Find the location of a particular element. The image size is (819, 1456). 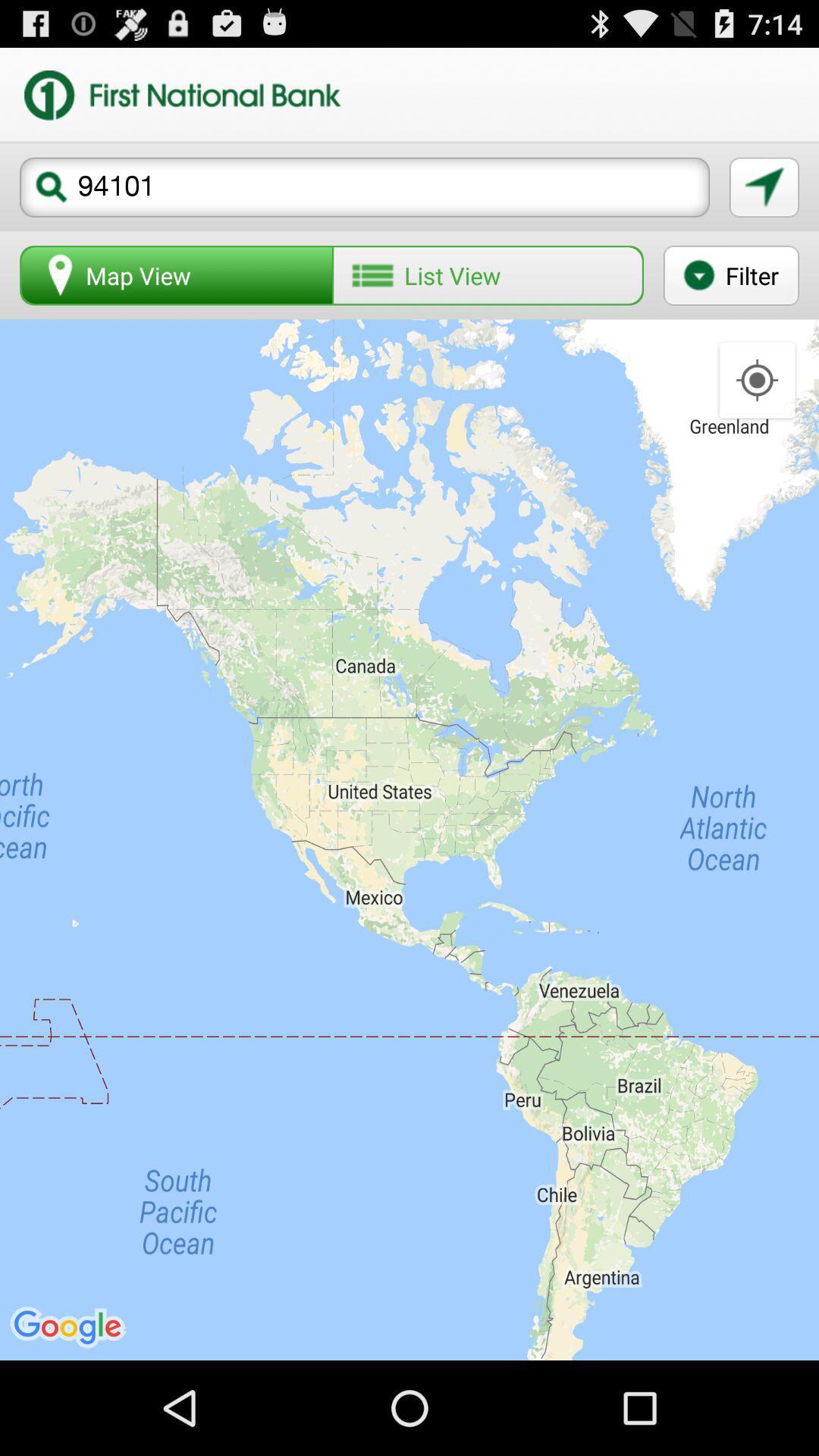

the icon to the left of the list view button is located at coordinates (176, 275).